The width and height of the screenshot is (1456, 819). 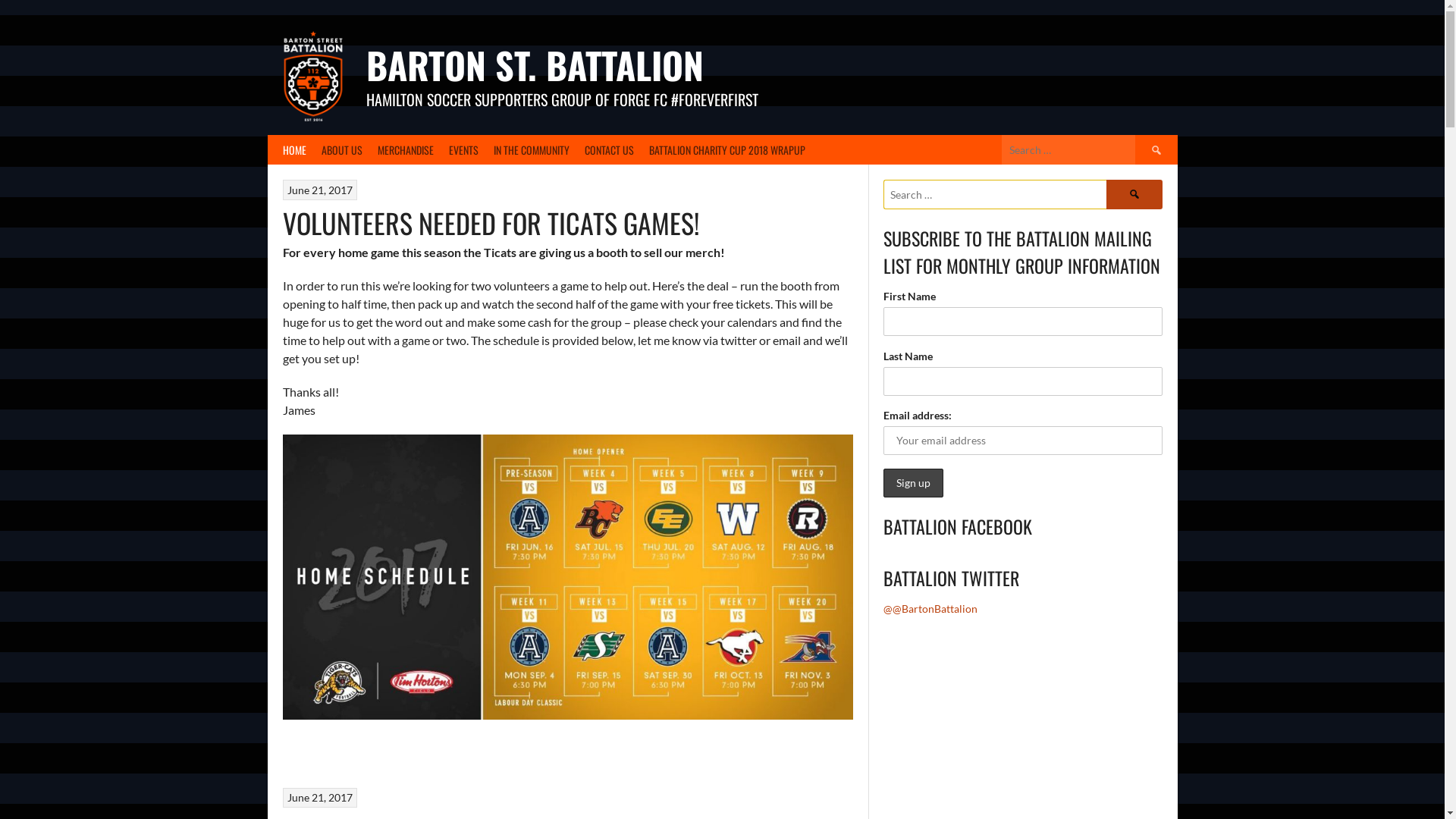 What do you see at coordinates (928, 607) in the screenshot?
I see `'@@BartonBattalion'` at bounding box center [928, 607].